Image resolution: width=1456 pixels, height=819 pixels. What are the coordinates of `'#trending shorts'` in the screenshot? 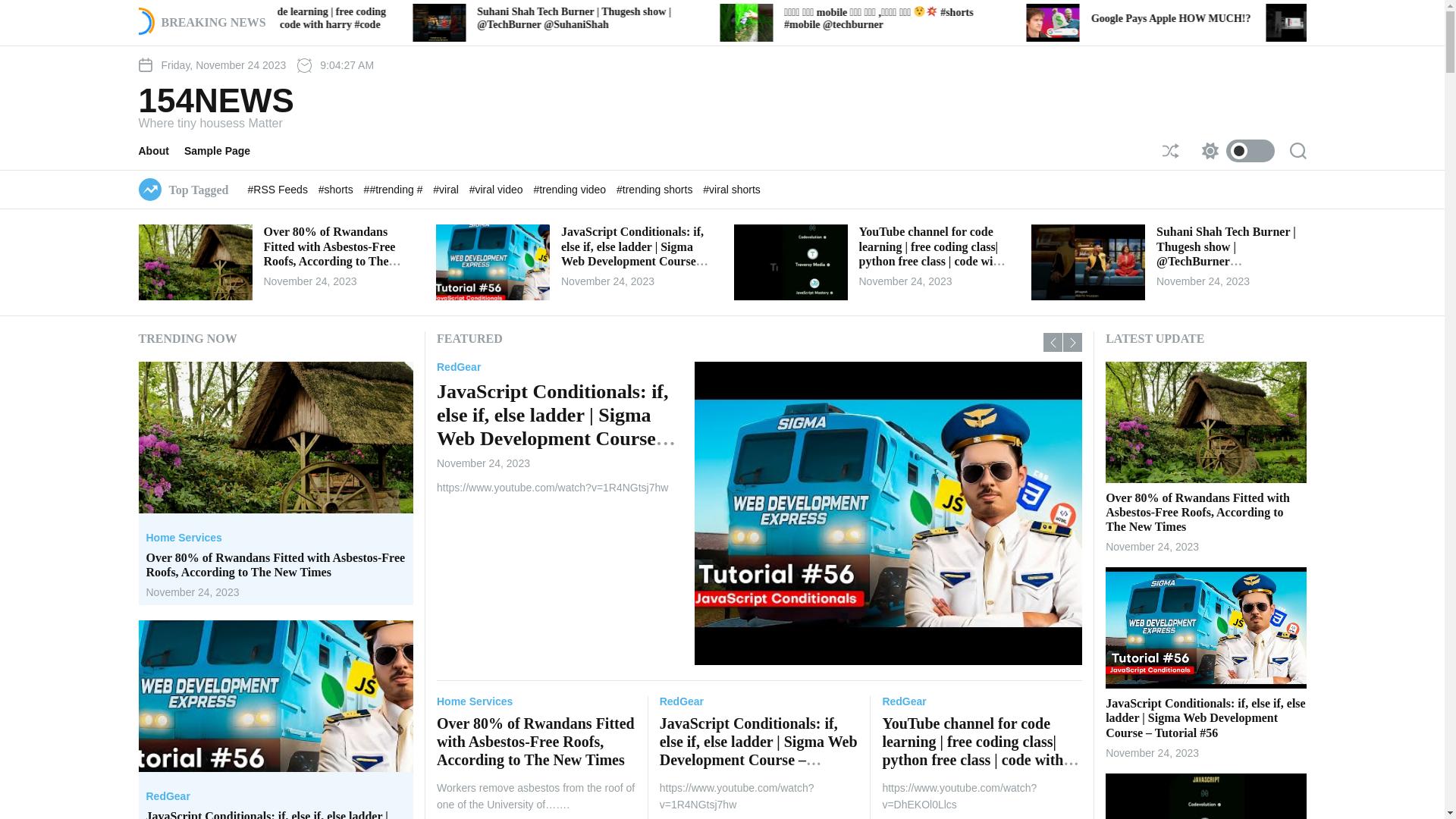 It's located at (655, 189).